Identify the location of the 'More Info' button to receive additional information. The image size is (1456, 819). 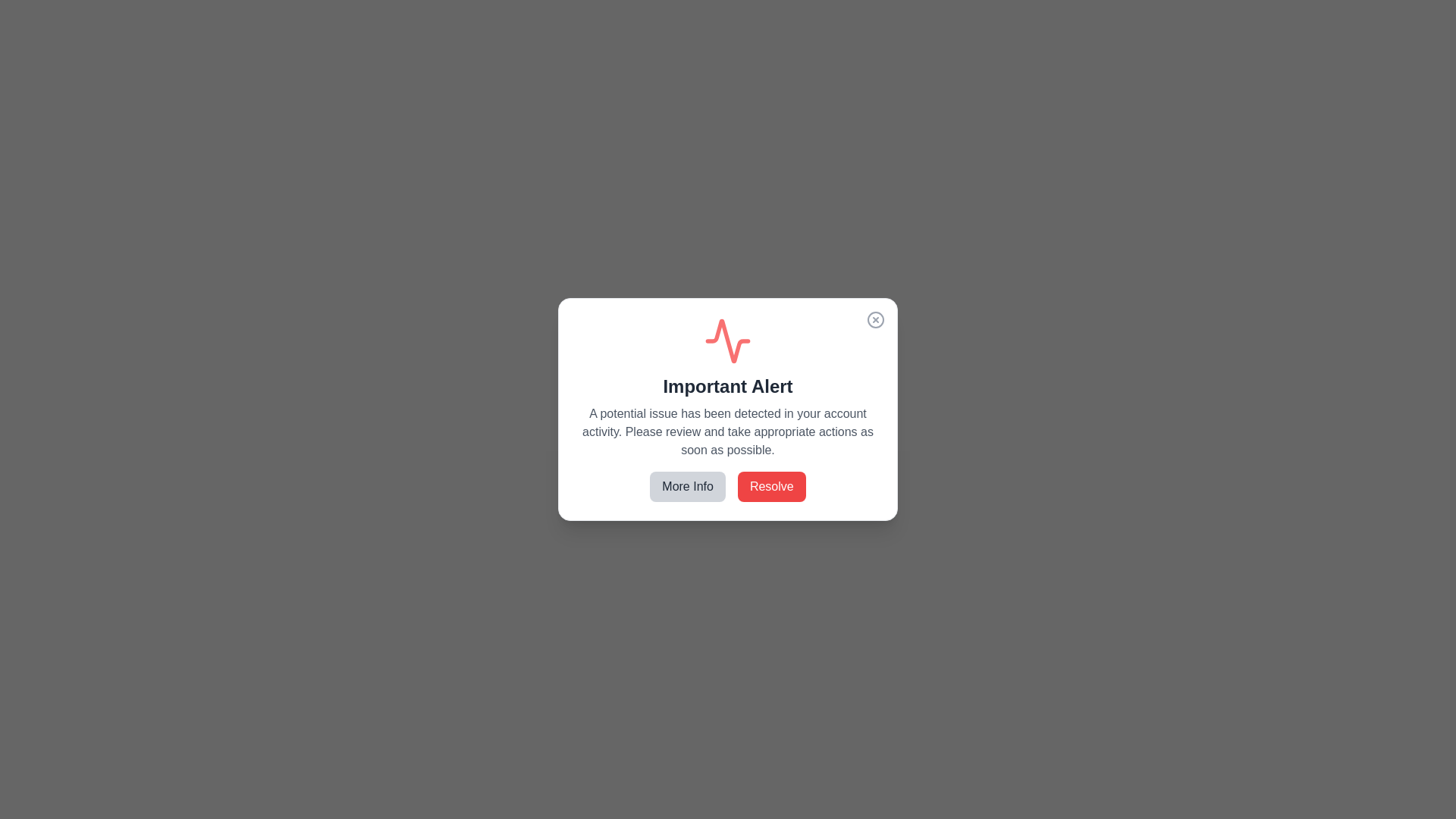
(687, 486).